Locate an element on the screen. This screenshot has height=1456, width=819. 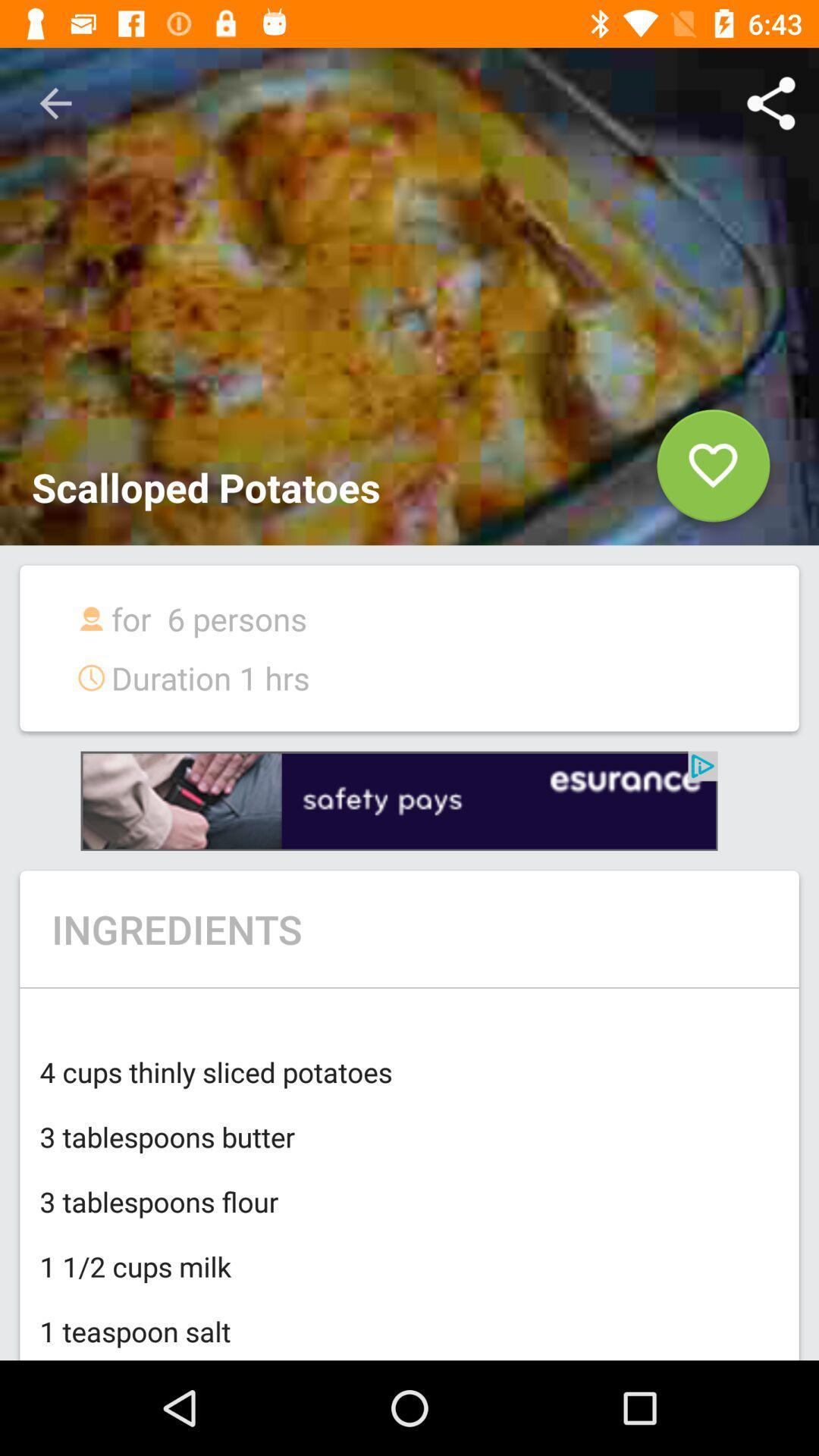
advertisement is located at coordinates (398, 800).